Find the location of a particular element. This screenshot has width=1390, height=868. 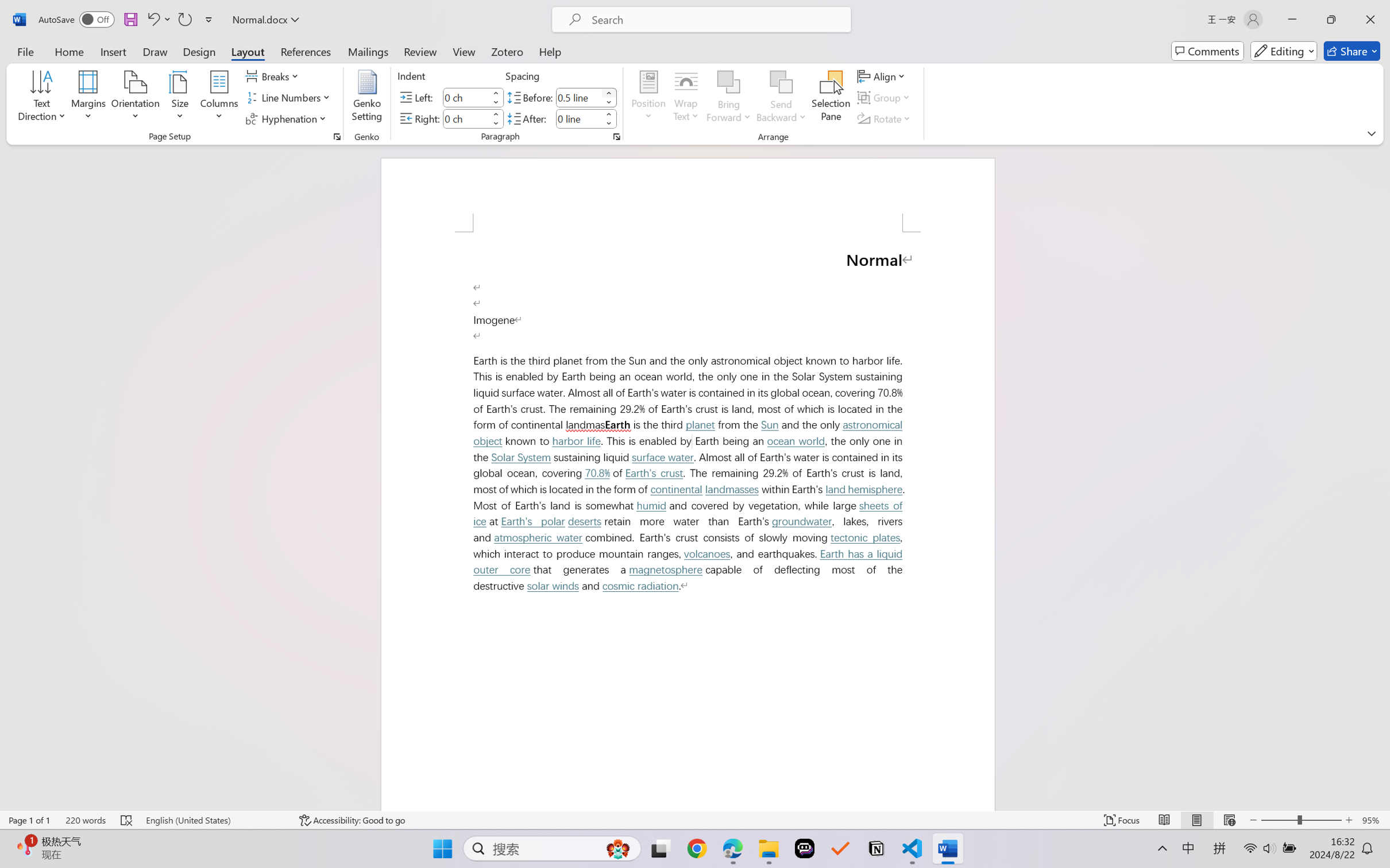

'Wrap Text' is located at coordinates (686, 98).